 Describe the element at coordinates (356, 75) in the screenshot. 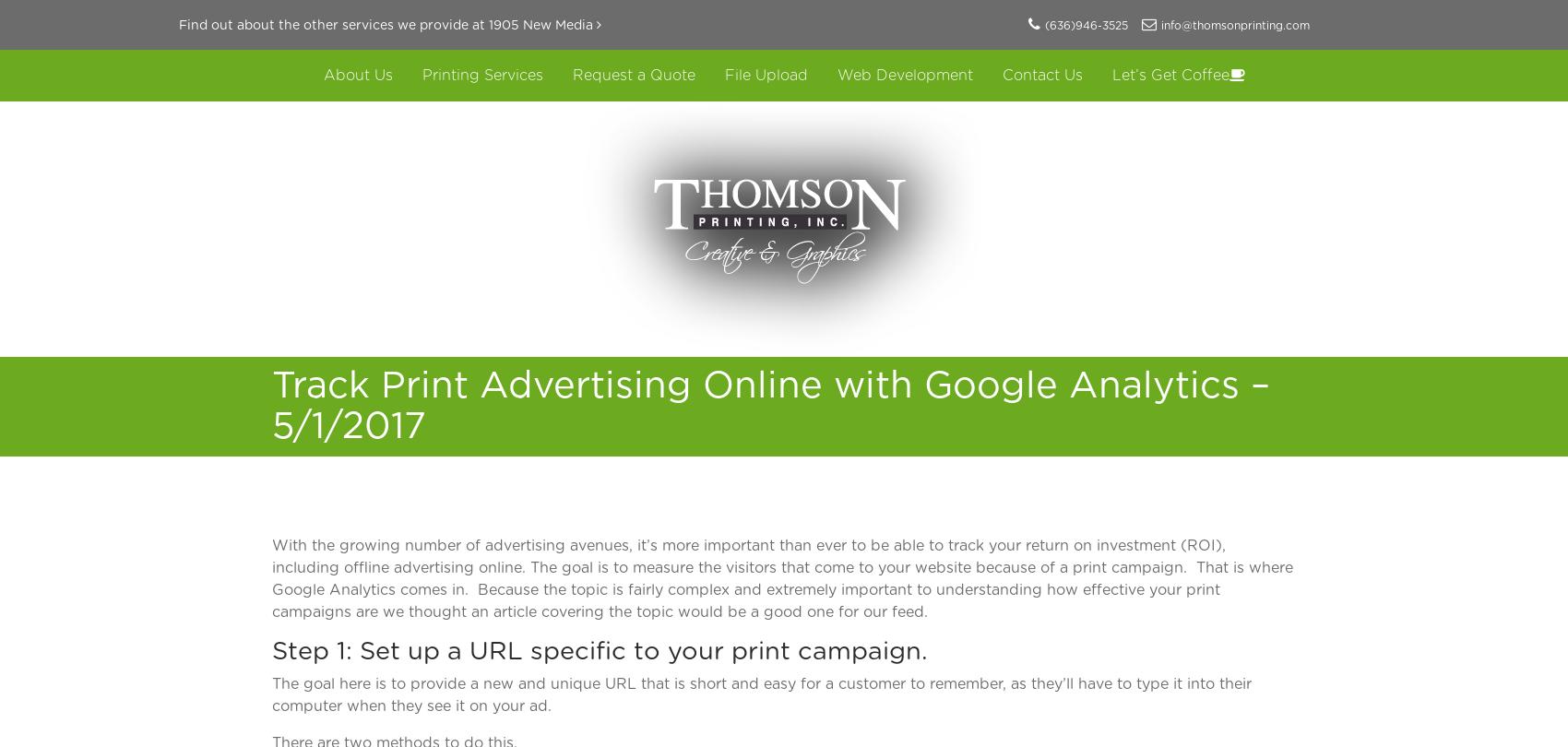

I see `'About Us'` at that location.